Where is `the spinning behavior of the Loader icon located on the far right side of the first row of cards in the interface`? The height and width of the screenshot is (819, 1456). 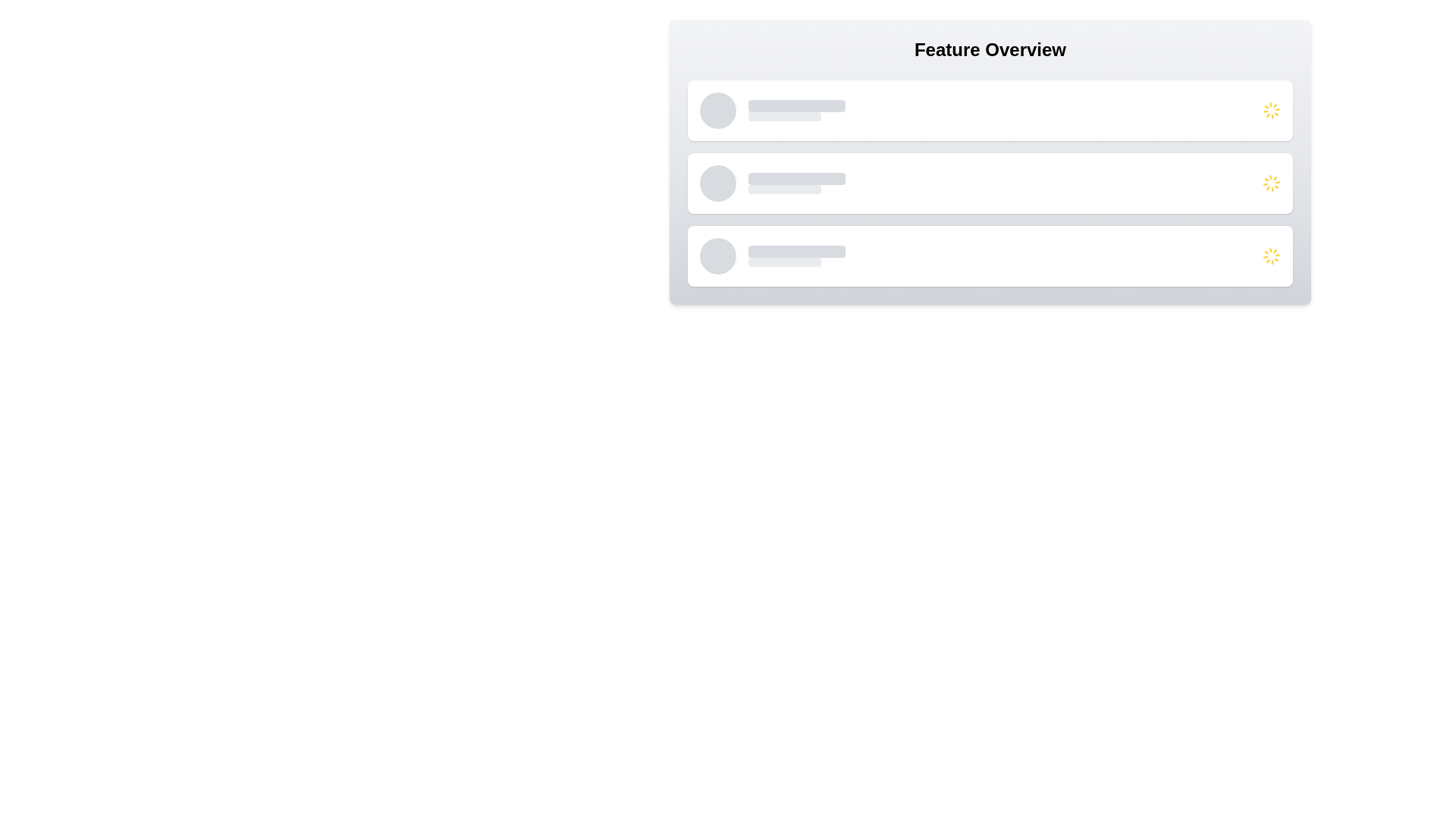 the spinning behavior of the Loader icon located on the far right side of the first row of cards in the interface is located at coordinates (1271, 110).